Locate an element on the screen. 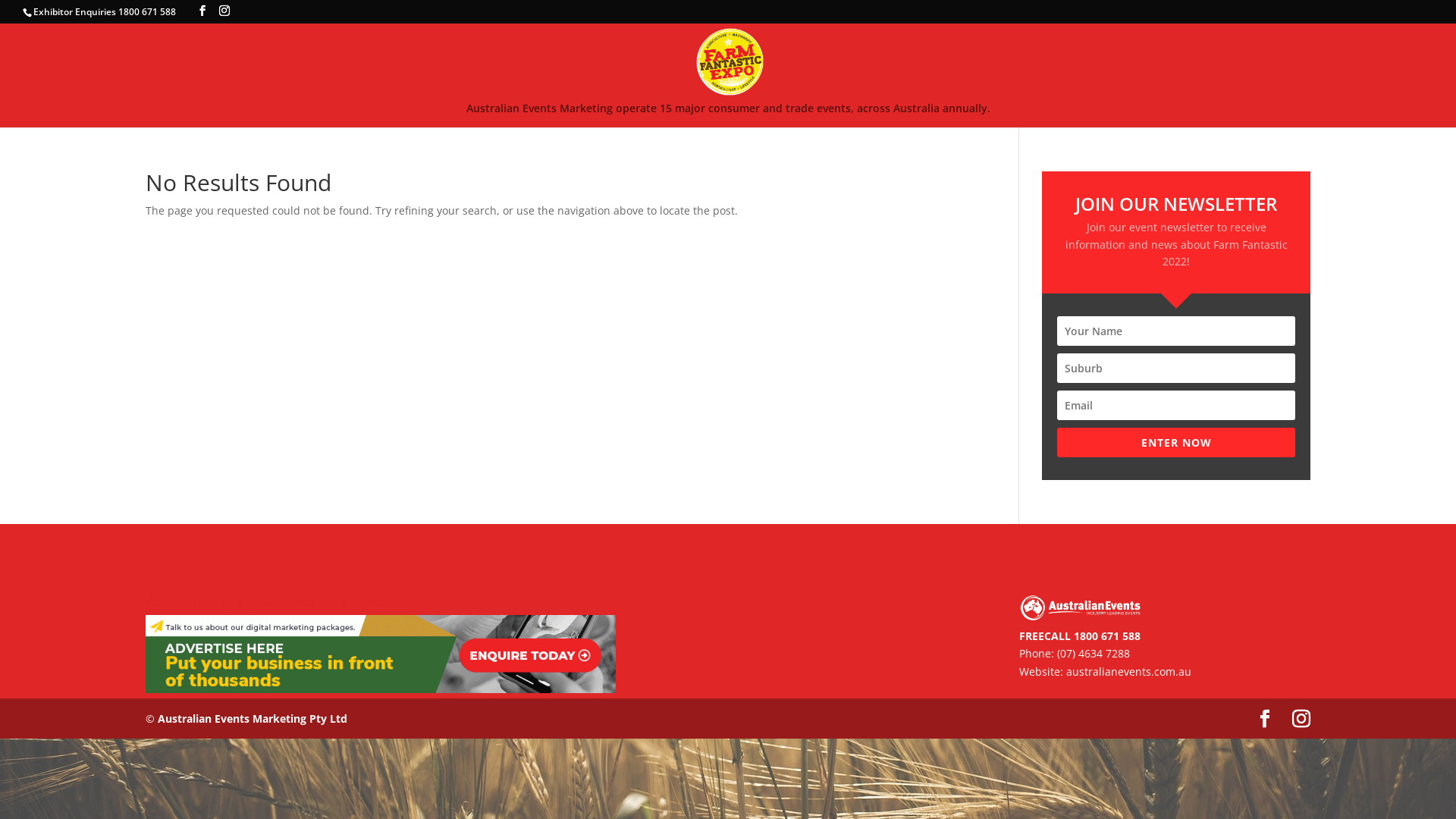 Image resolution: width=1456 pixels, height=819 pixels. 'australianevents.com.au' is located at coordinates (1128, 670).